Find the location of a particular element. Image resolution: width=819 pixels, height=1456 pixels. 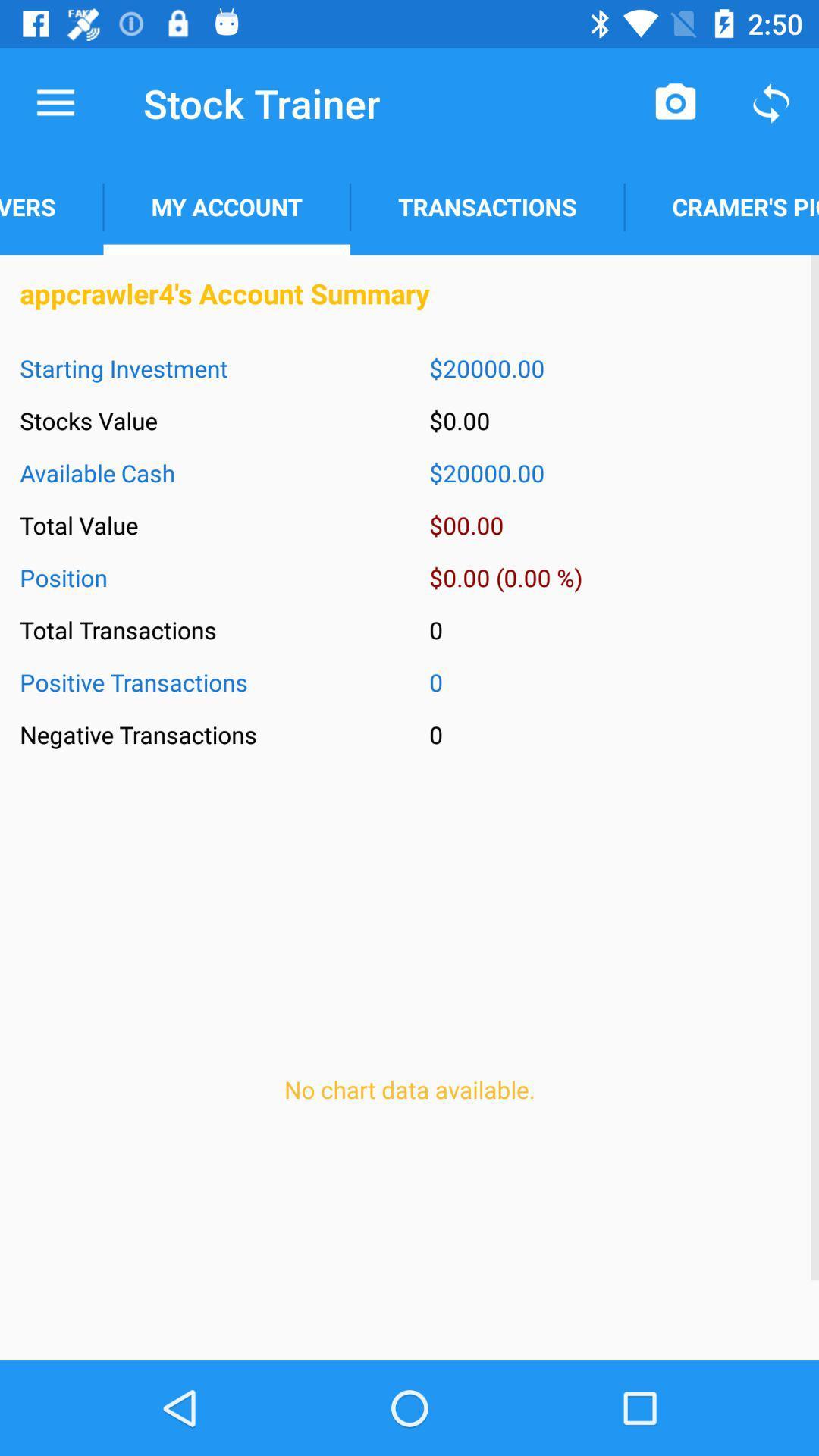

the my account is located at coordinates (227, 206).